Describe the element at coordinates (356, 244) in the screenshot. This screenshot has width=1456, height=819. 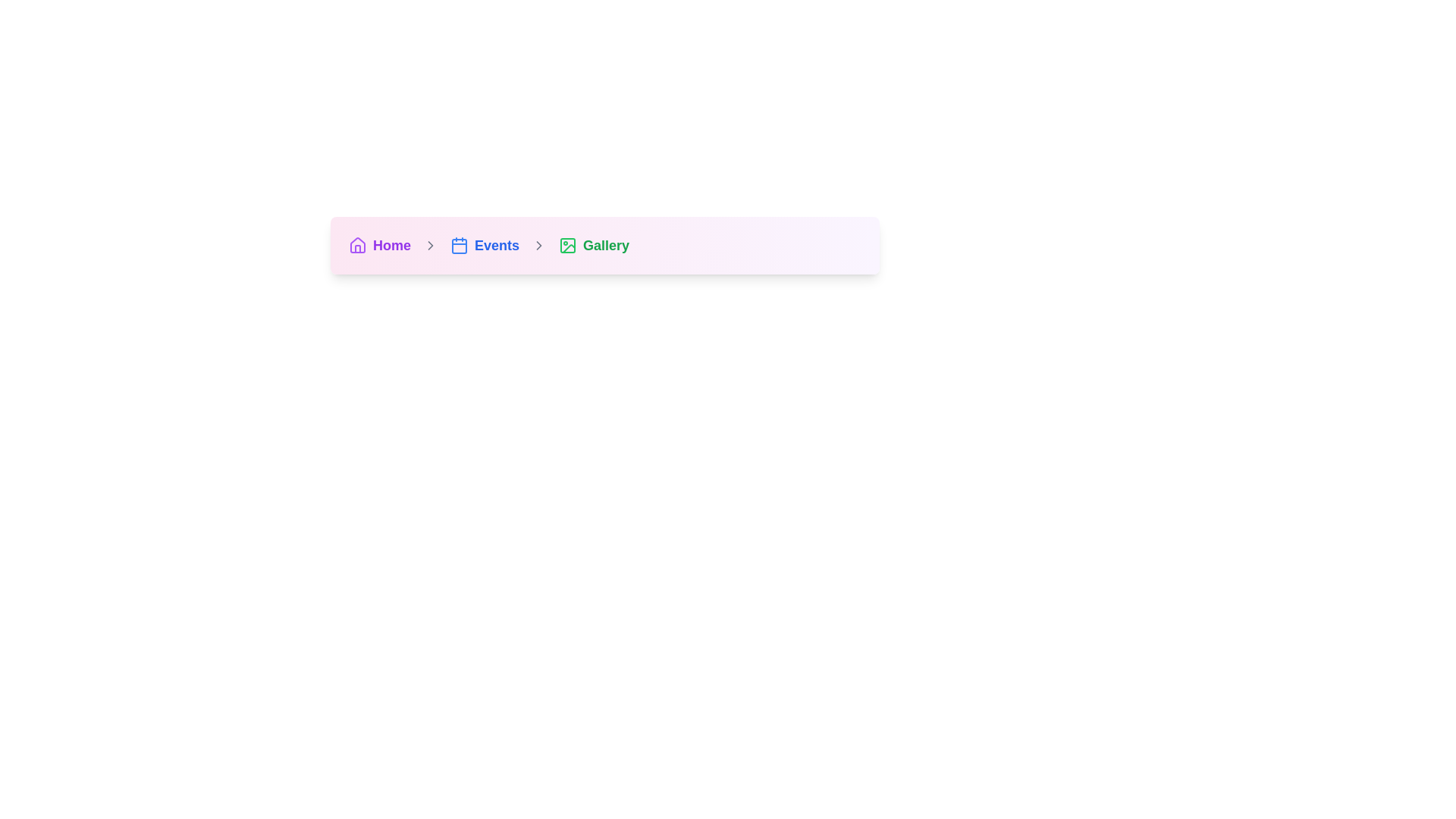
I see `the home section icon in the breadcrumb navigation, located at the beginning of the horizontal breadcrumb bar` at that location.